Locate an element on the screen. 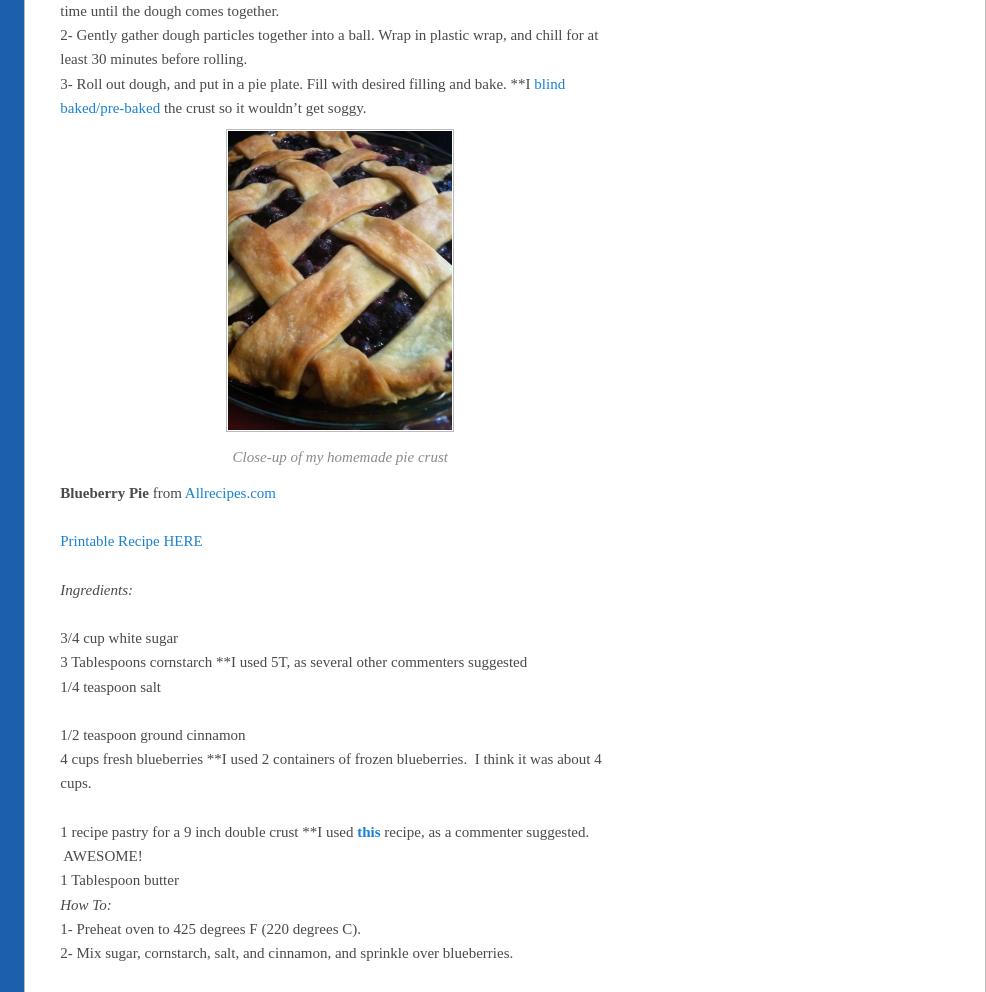 The width and height of the screenshot is (986, 992). '3 Tablespoons cornstarch **I used 5T, as several other commenters suggested' is located at coordinates (293, 661).